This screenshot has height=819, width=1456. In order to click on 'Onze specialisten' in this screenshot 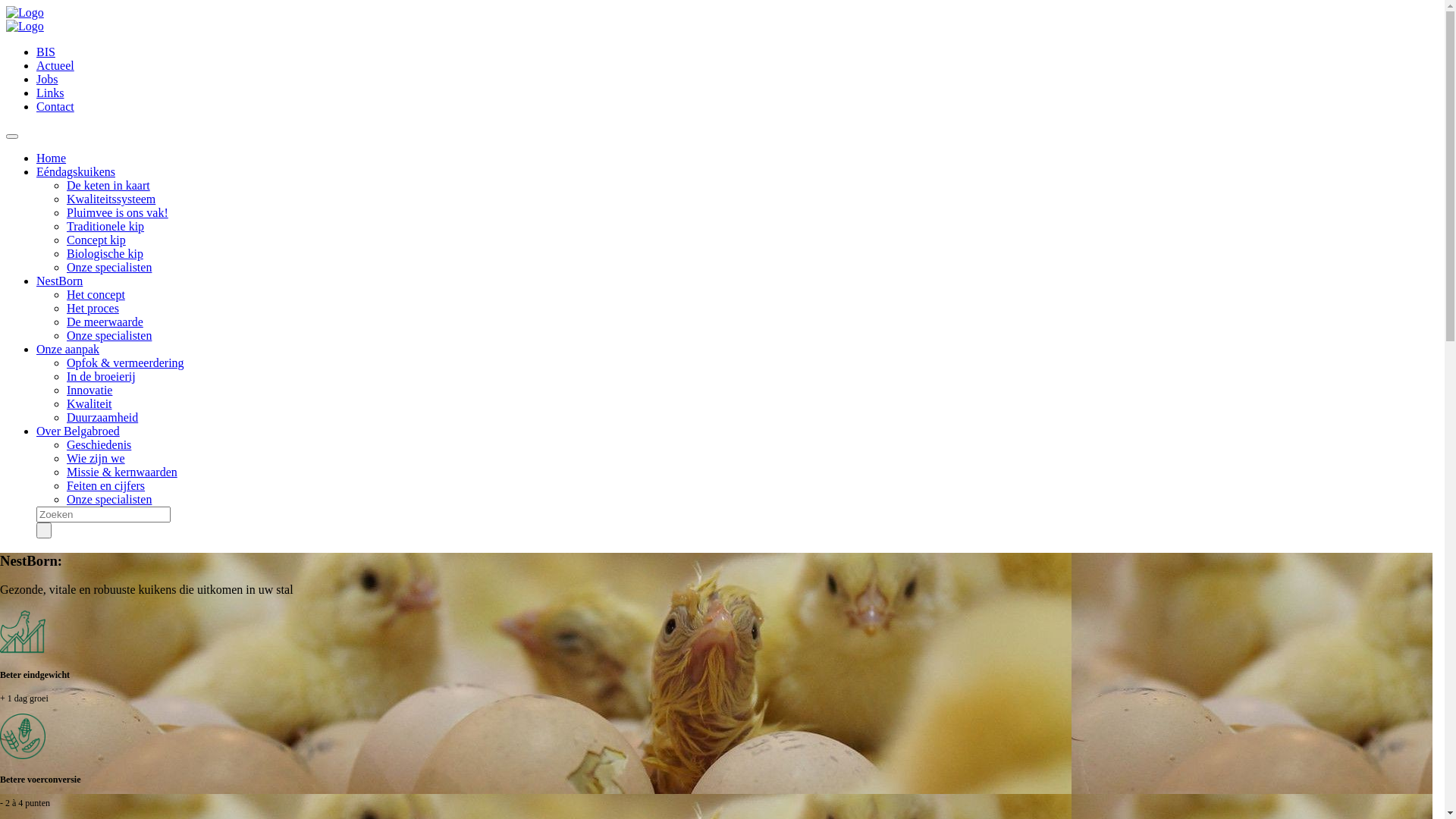, I will do `click(108, 266)`.